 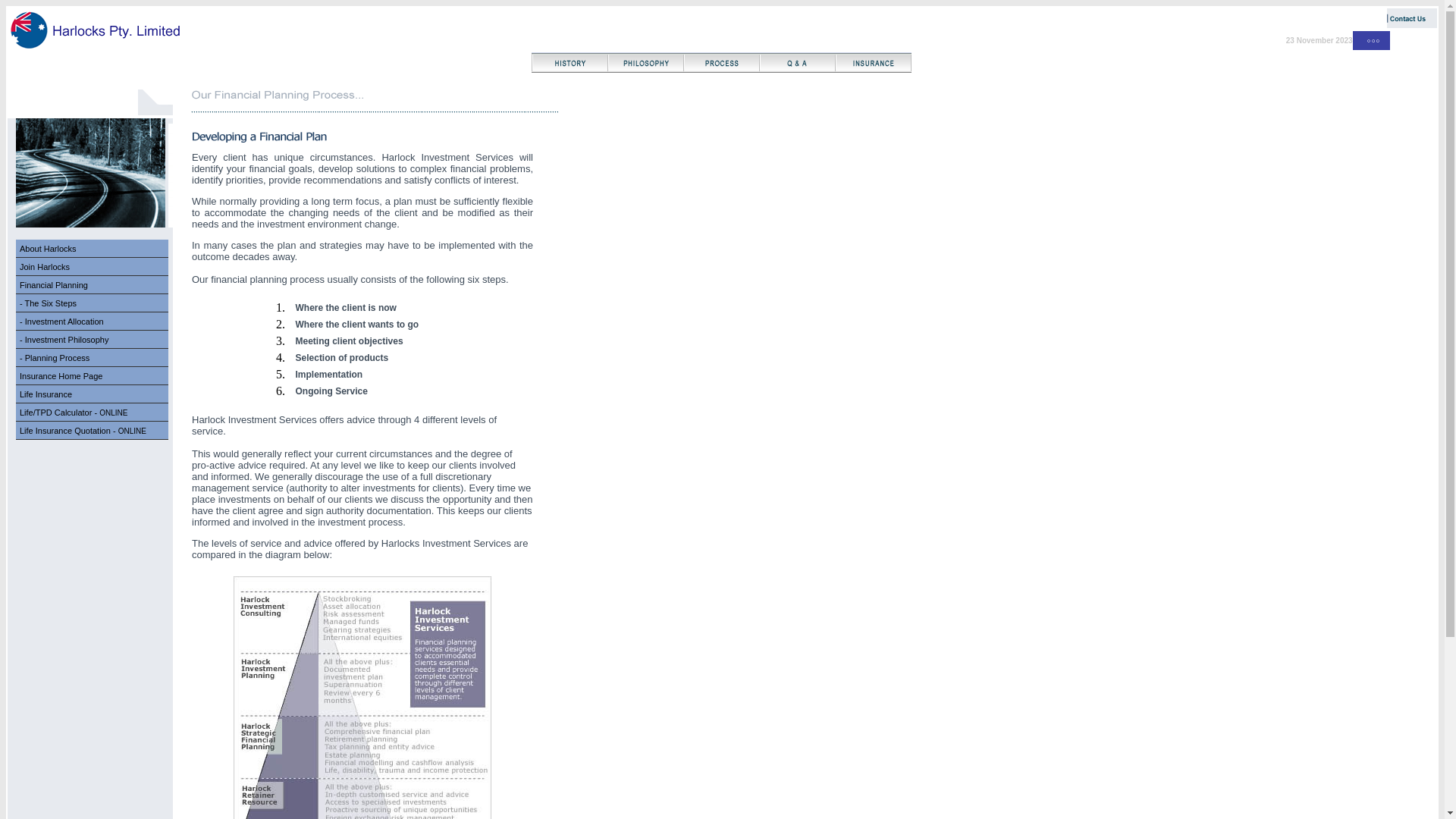 What do you see at coordinates (91, 338) in the screenshot?
I see `'- Investment Philosophy'` at bounding box center [91, 338].